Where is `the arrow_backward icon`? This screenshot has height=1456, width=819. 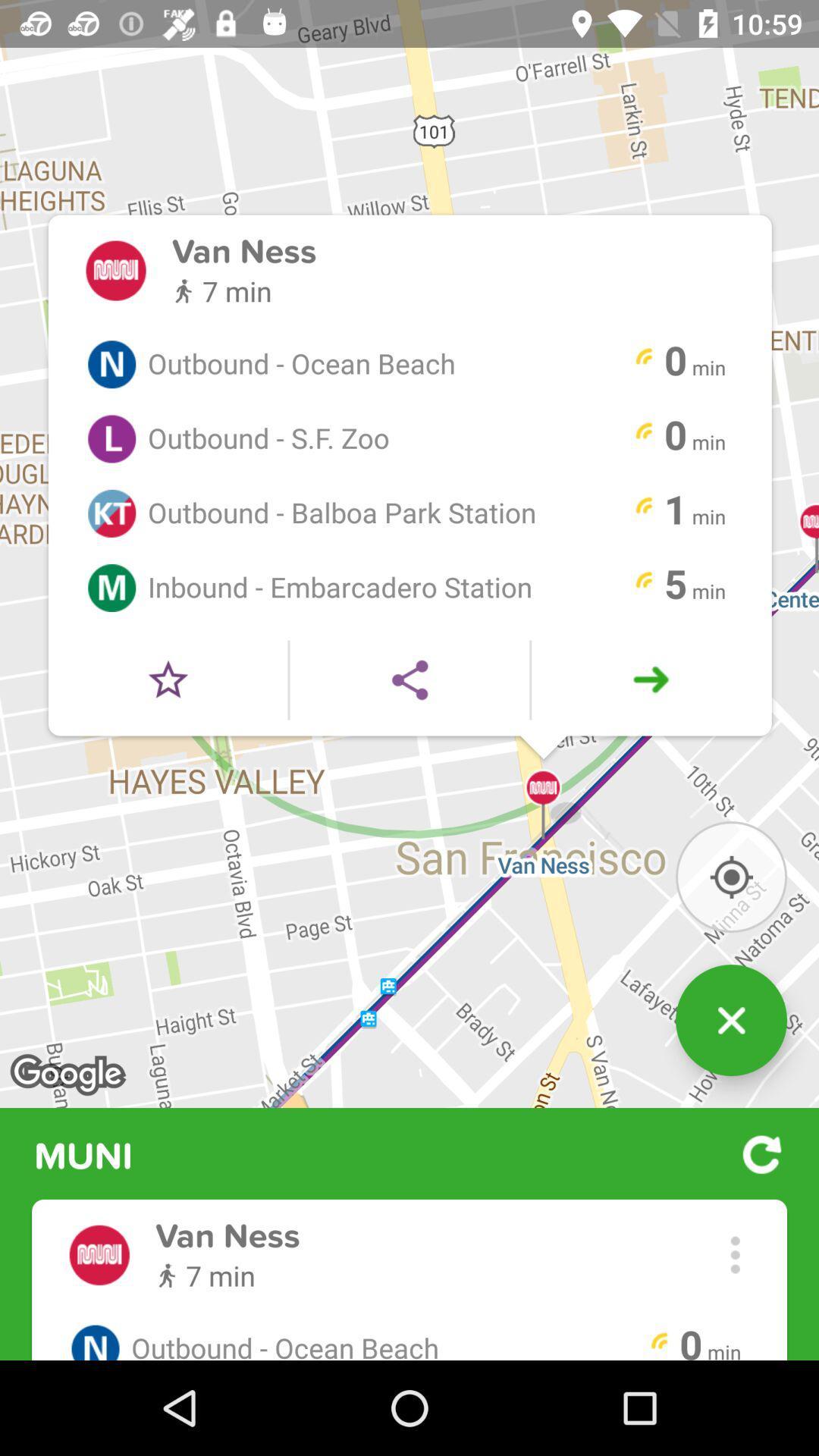
the arrow_backward icon is located at coordinates (409, 728).